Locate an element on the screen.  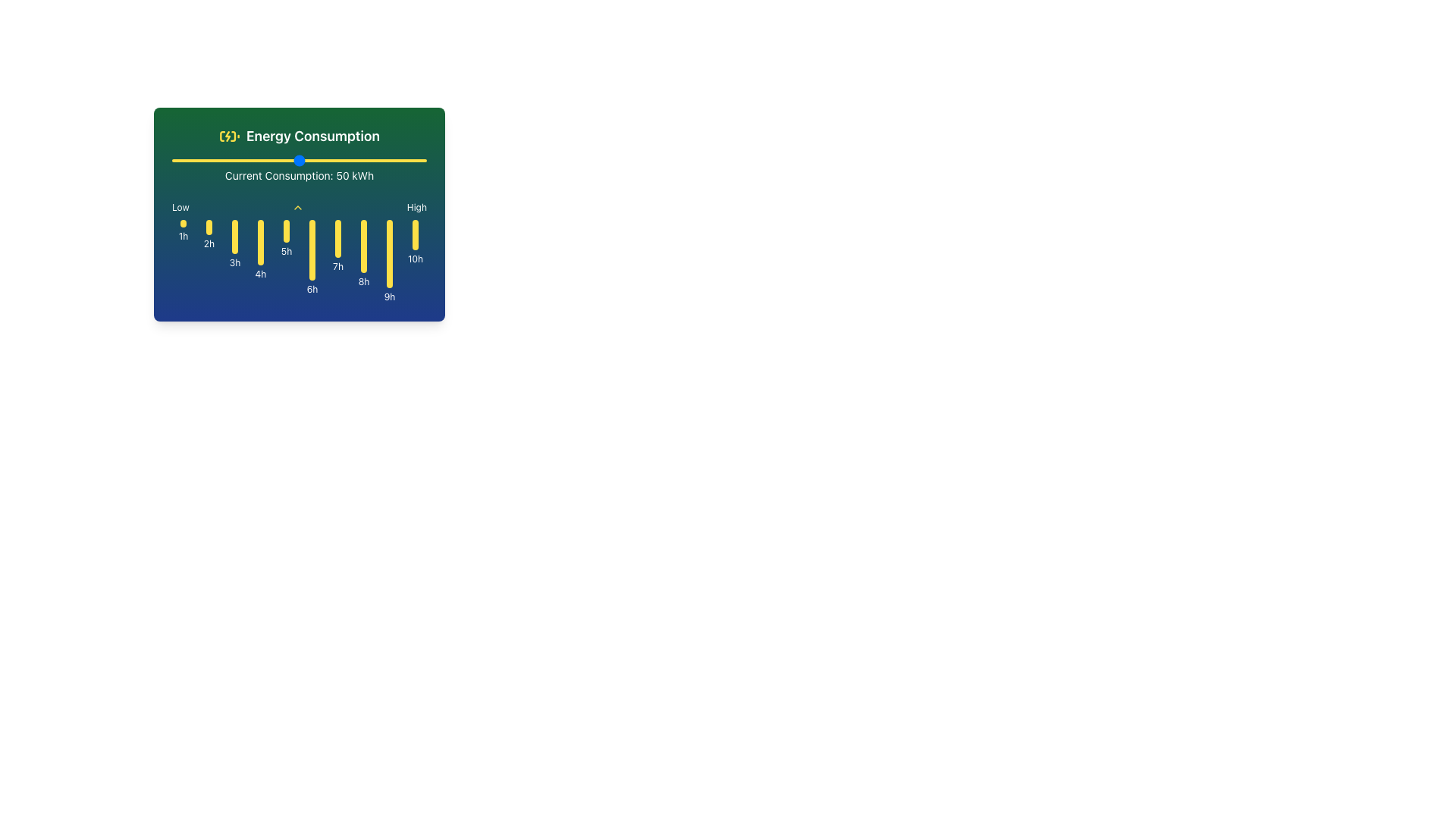
the text label displaying '7h', which is positioned under the seventh yellow bar in a blue background area, specifically between the '6h' and '8h' labels is located at coordinates (337, 265).